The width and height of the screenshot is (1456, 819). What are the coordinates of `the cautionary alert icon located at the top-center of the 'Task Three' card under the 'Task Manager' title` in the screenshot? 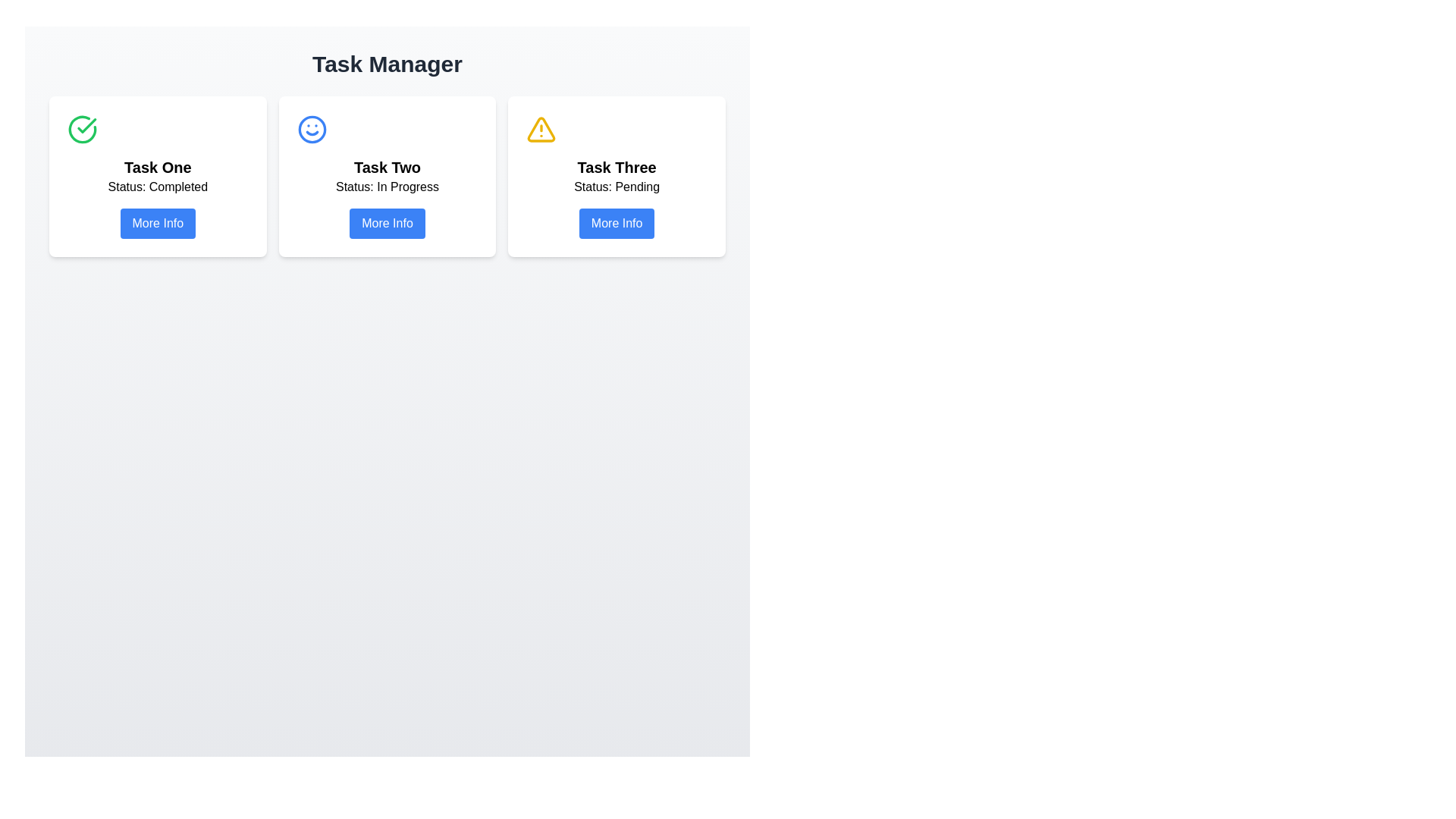 It's located at (541, 128).